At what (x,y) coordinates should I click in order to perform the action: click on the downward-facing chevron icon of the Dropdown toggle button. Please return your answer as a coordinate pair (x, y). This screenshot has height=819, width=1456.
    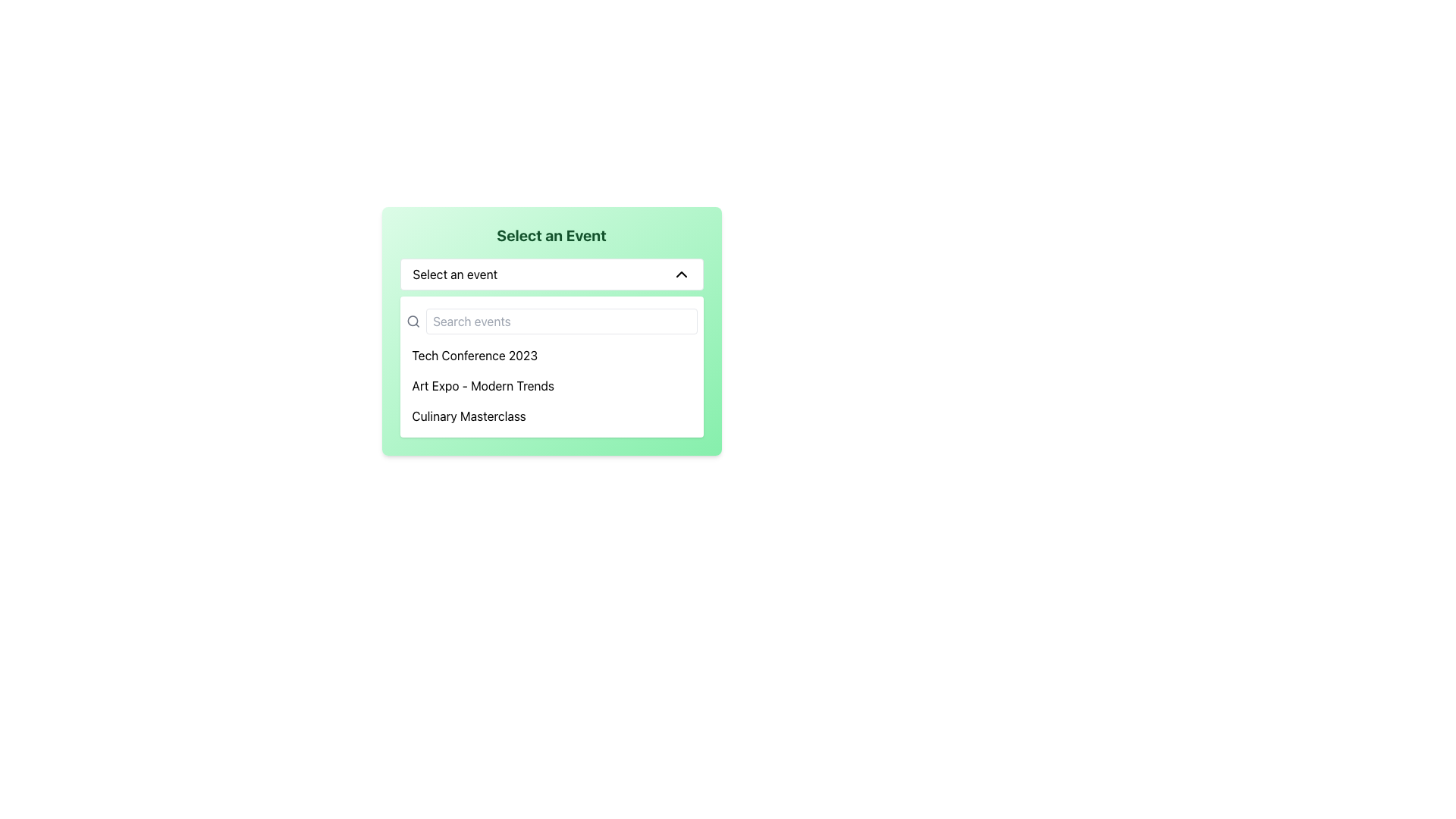
    Looking at the image, I should click on (680, 275).